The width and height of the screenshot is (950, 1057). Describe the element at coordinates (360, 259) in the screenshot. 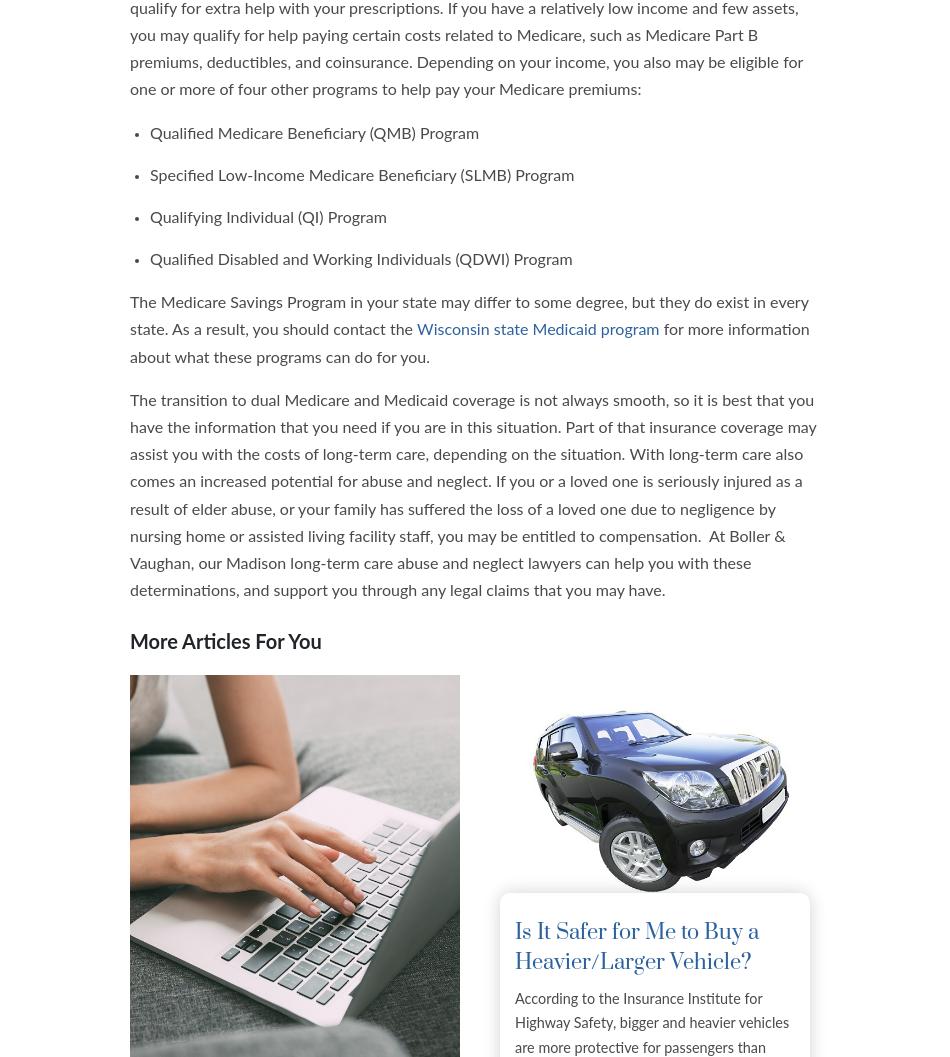

I see `'Qualified Disabled and Working Individuals (QDWI) Program'` at that location.